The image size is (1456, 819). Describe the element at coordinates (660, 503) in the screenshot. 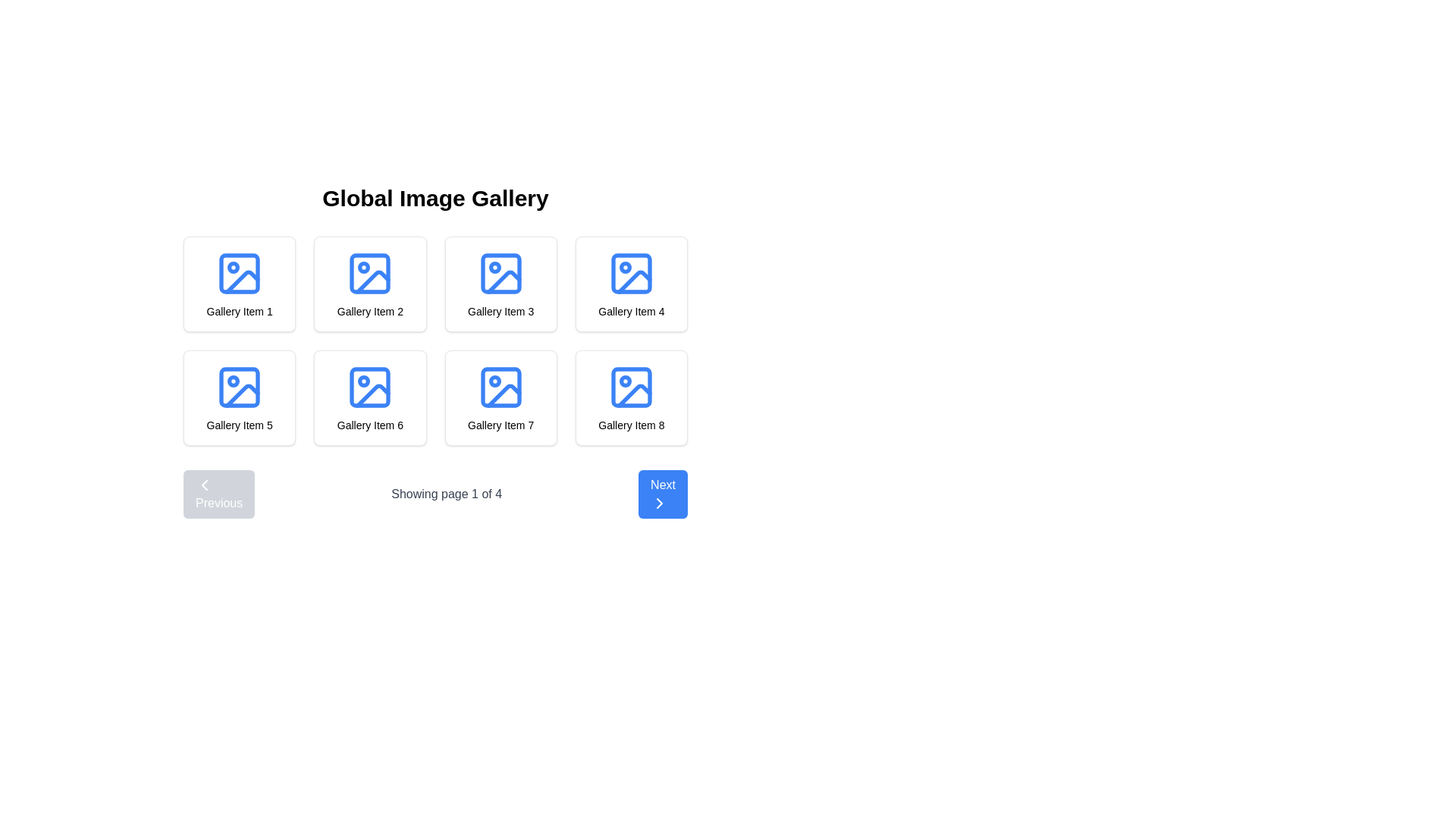

I see `the 'Next' button containing the right-arrow icon used for pagination at the bottom of the gallery interface` at that location.